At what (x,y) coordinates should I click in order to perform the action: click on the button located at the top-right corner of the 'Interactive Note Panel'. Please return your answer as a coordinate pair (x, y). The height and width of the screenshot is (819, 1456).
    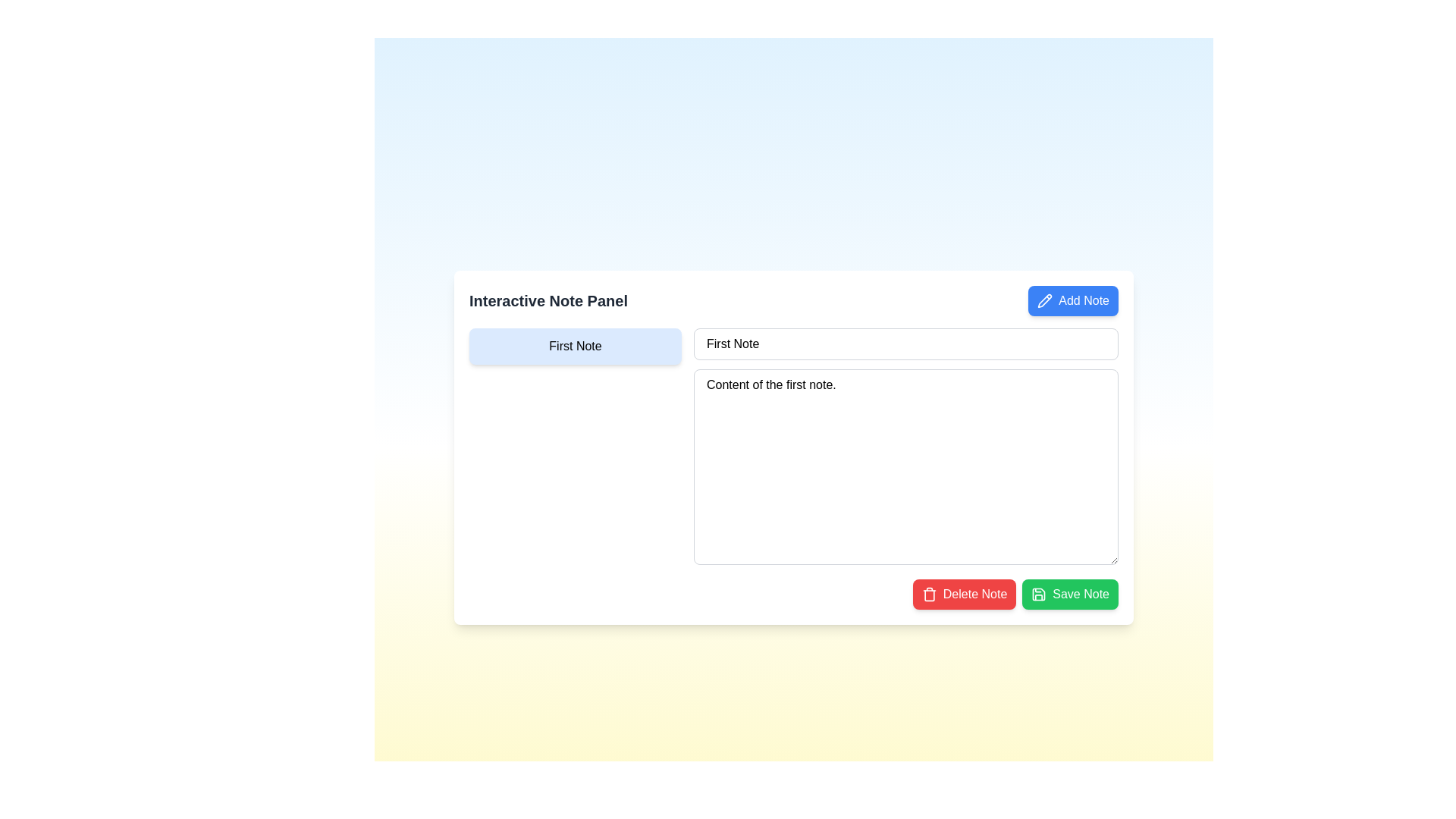
    Looking at the image, I should click on (1072, 300).